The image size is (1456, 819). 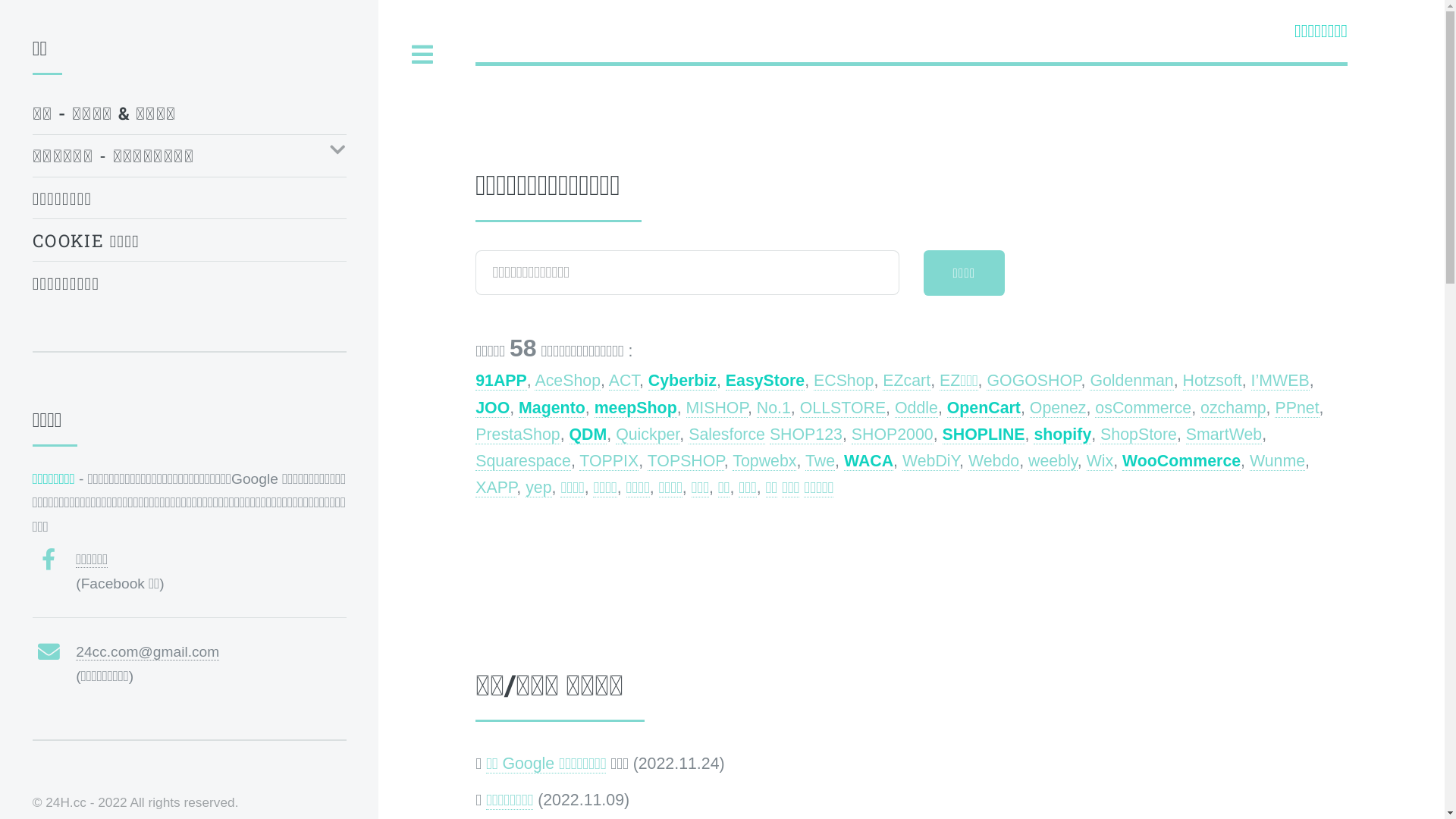 I want to click on 'shopify', so click(x=1062, y=435).